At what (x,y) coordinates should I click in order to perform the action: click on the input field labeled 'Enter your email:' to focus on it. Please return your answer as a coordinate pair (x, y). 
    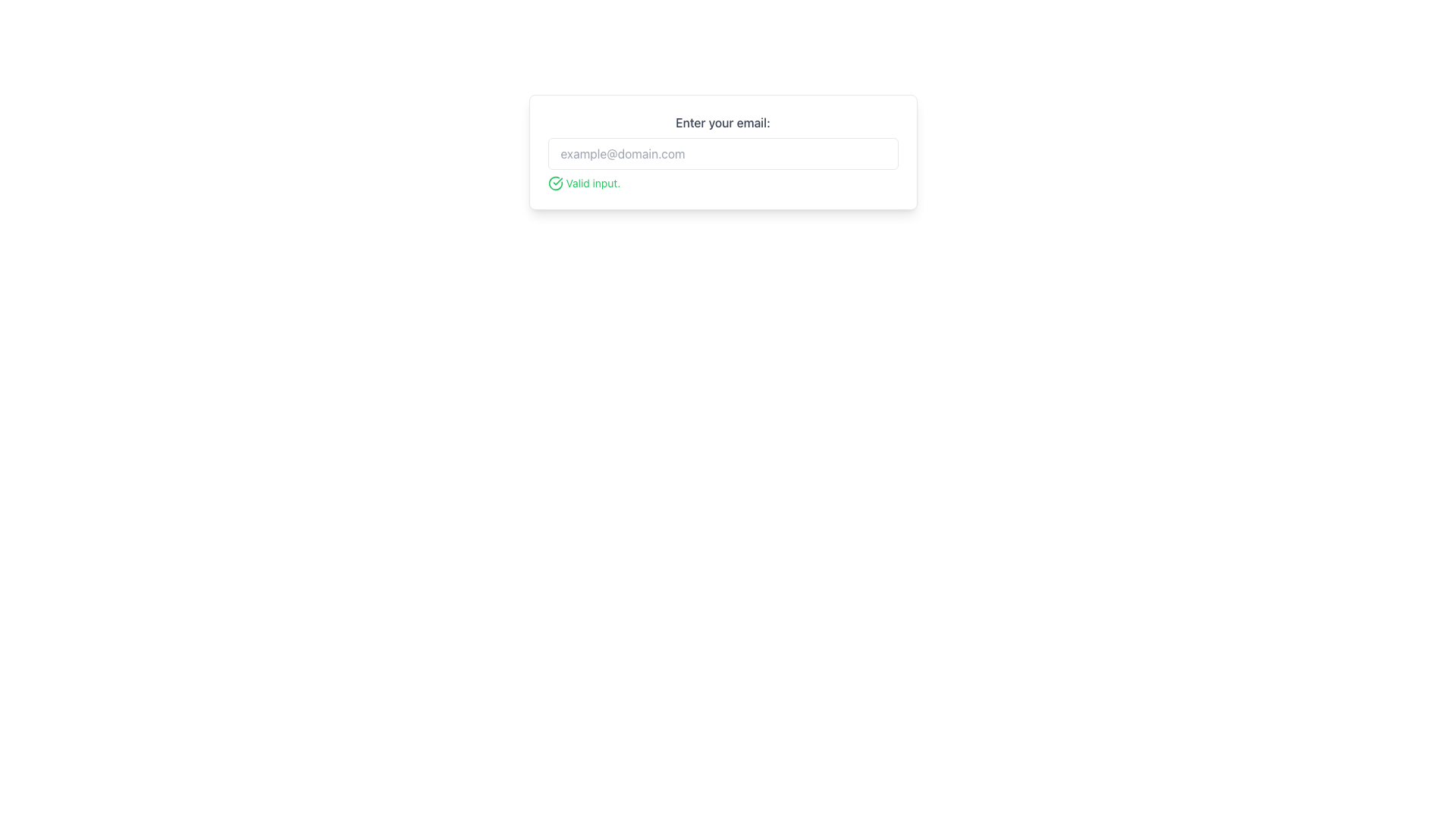
    Looking at the image, I should click on (722, 152).